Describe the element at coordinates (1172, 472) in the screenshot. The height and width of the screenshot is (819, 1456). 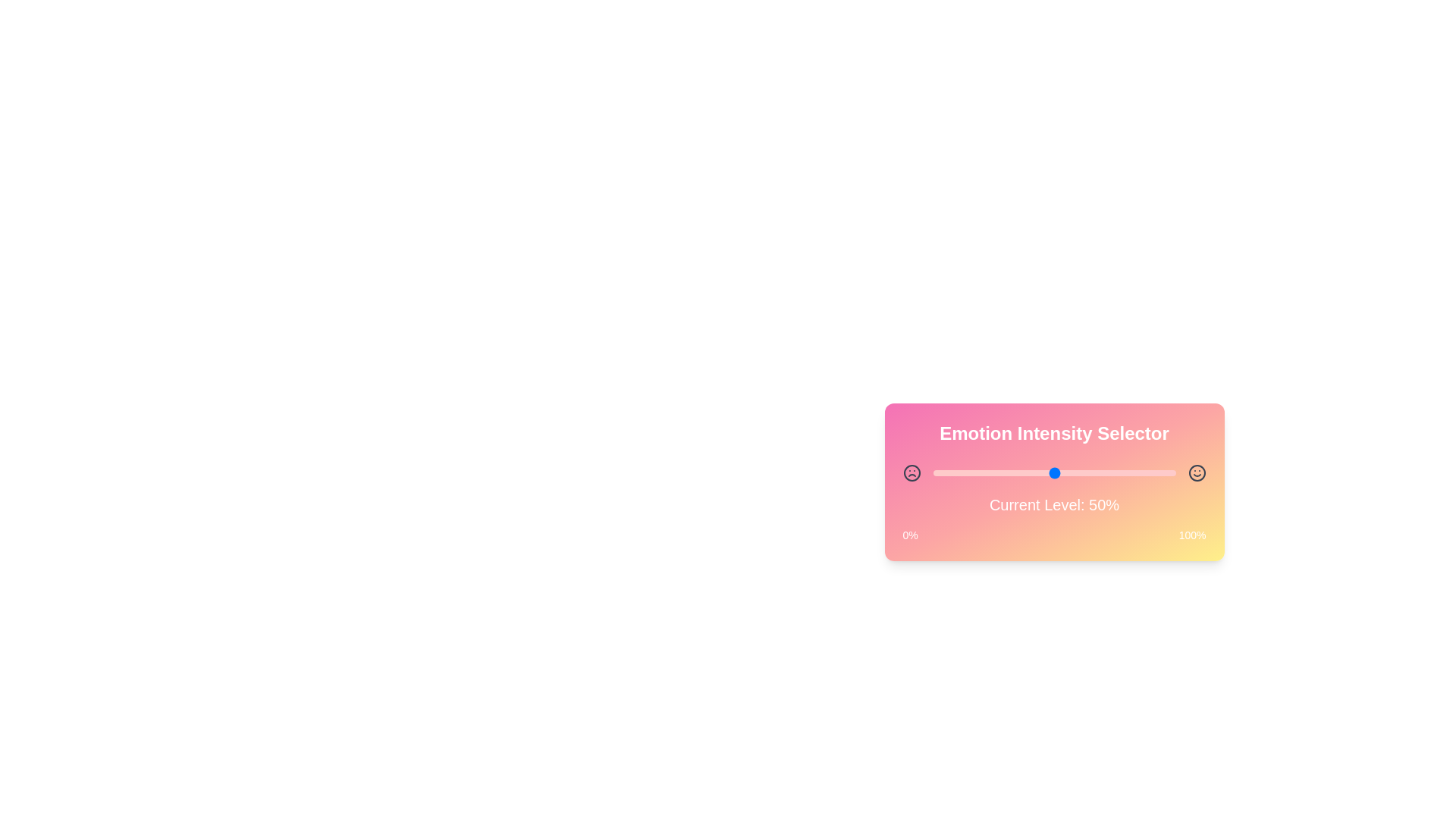
I see `the emotion level to 99% by interacting with the slider` at that location.